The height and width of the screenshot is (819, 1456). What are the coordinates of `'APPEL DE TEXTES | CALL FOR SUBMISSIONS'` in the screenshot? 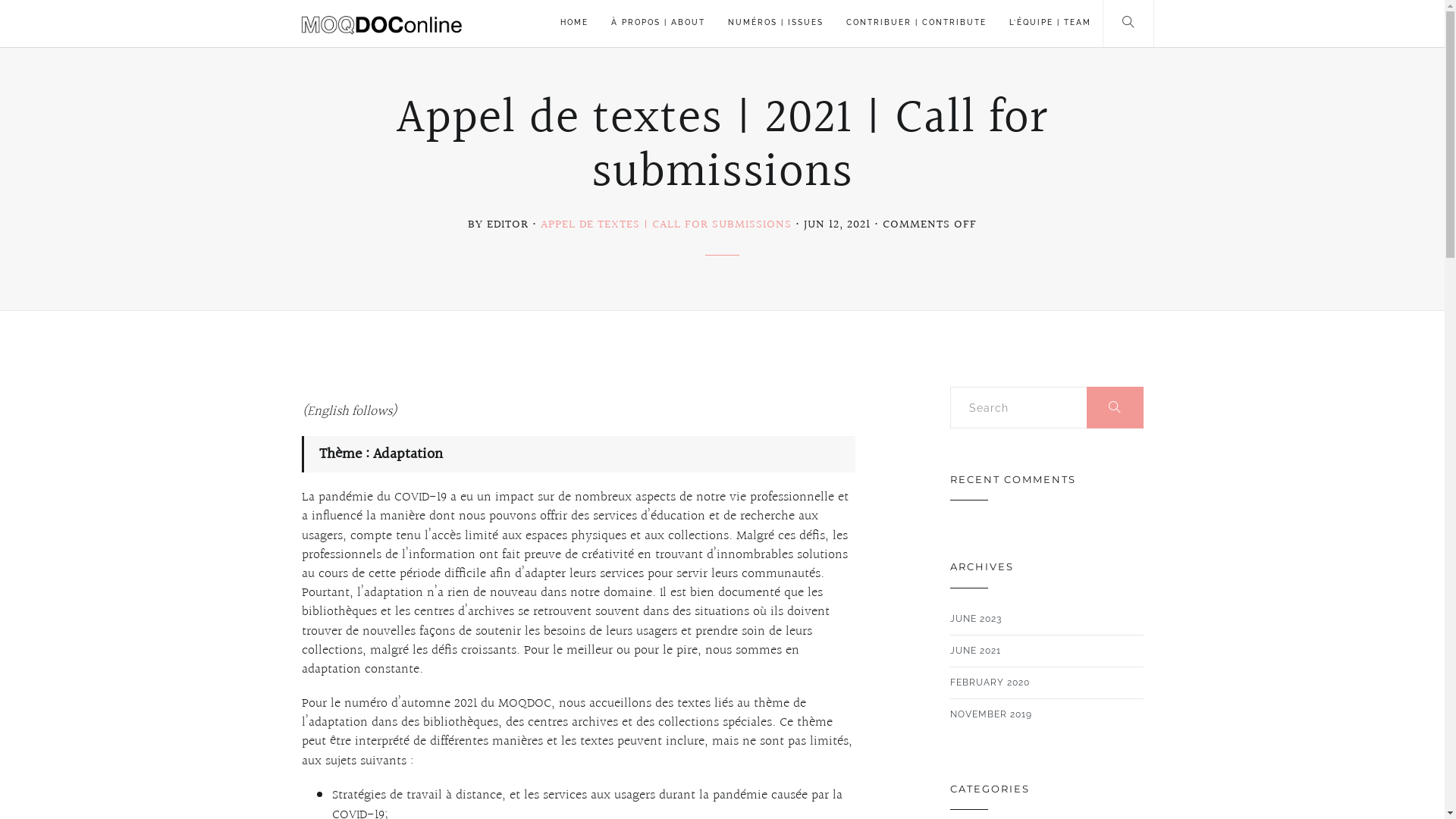 It's located at (666, 224).